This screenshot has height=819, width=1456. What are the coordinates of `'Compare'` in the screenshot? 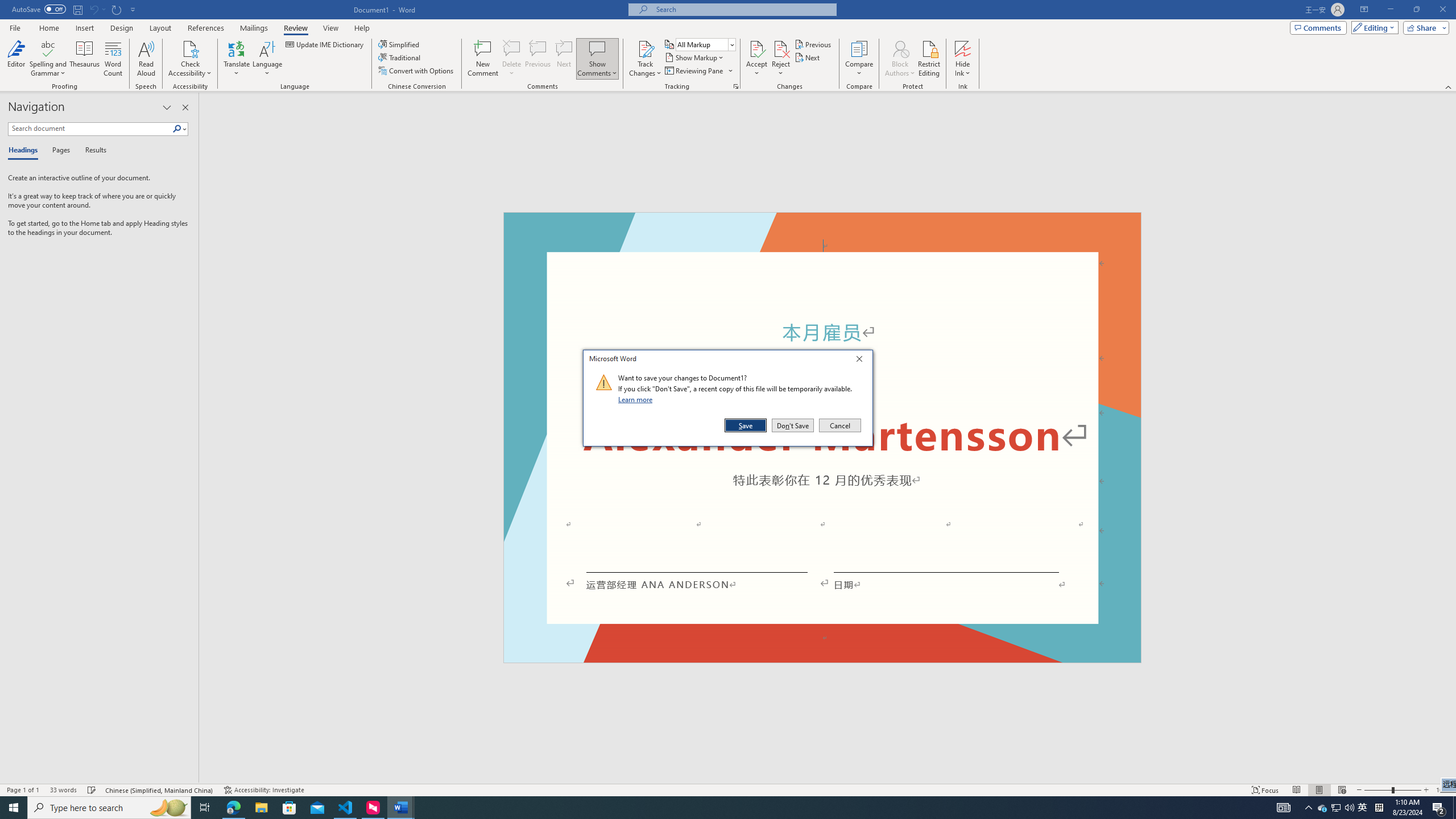 It's located at (859, 59).